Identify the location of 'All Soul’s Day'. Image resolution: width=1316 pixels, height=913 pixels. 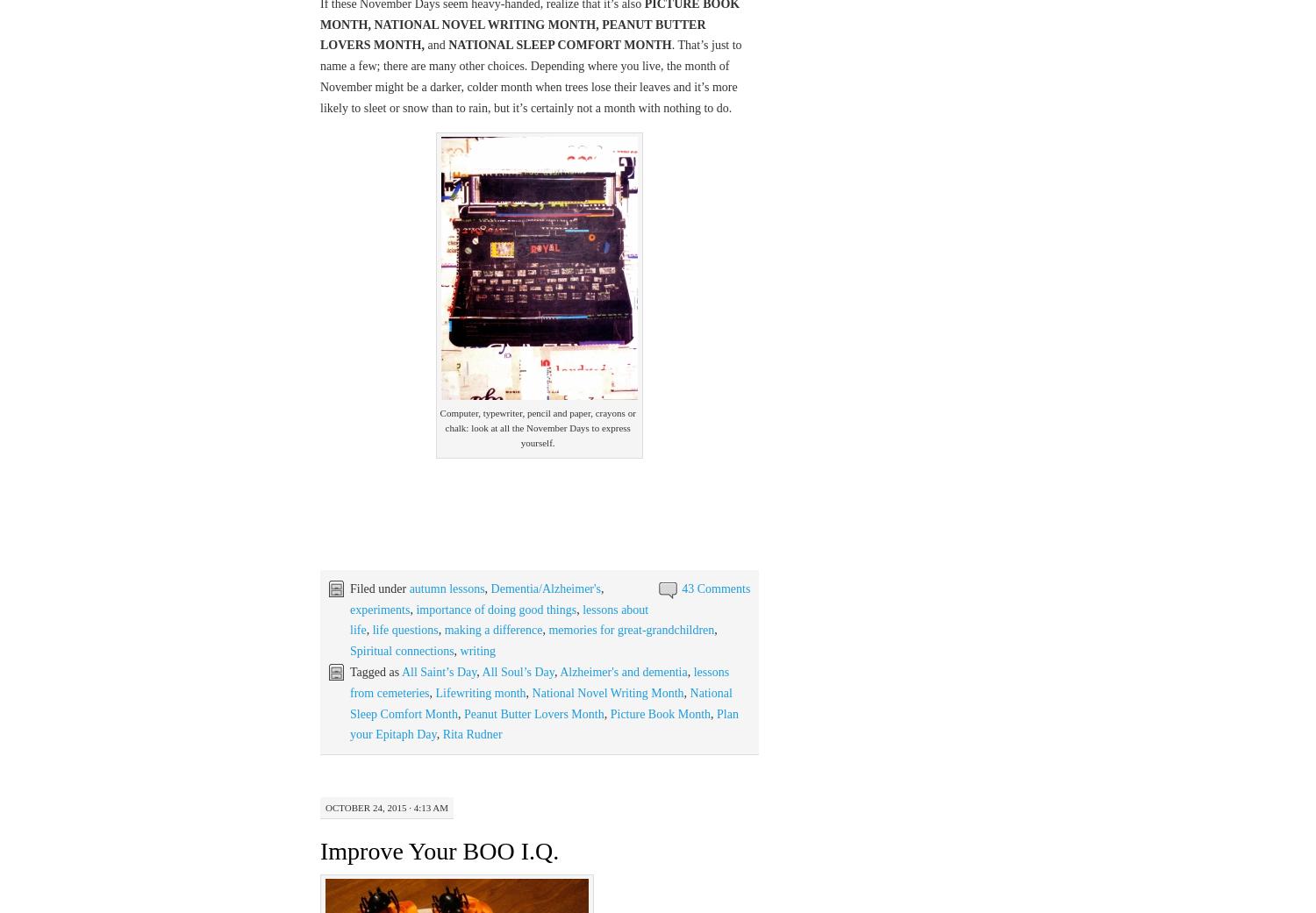
(516, 672).